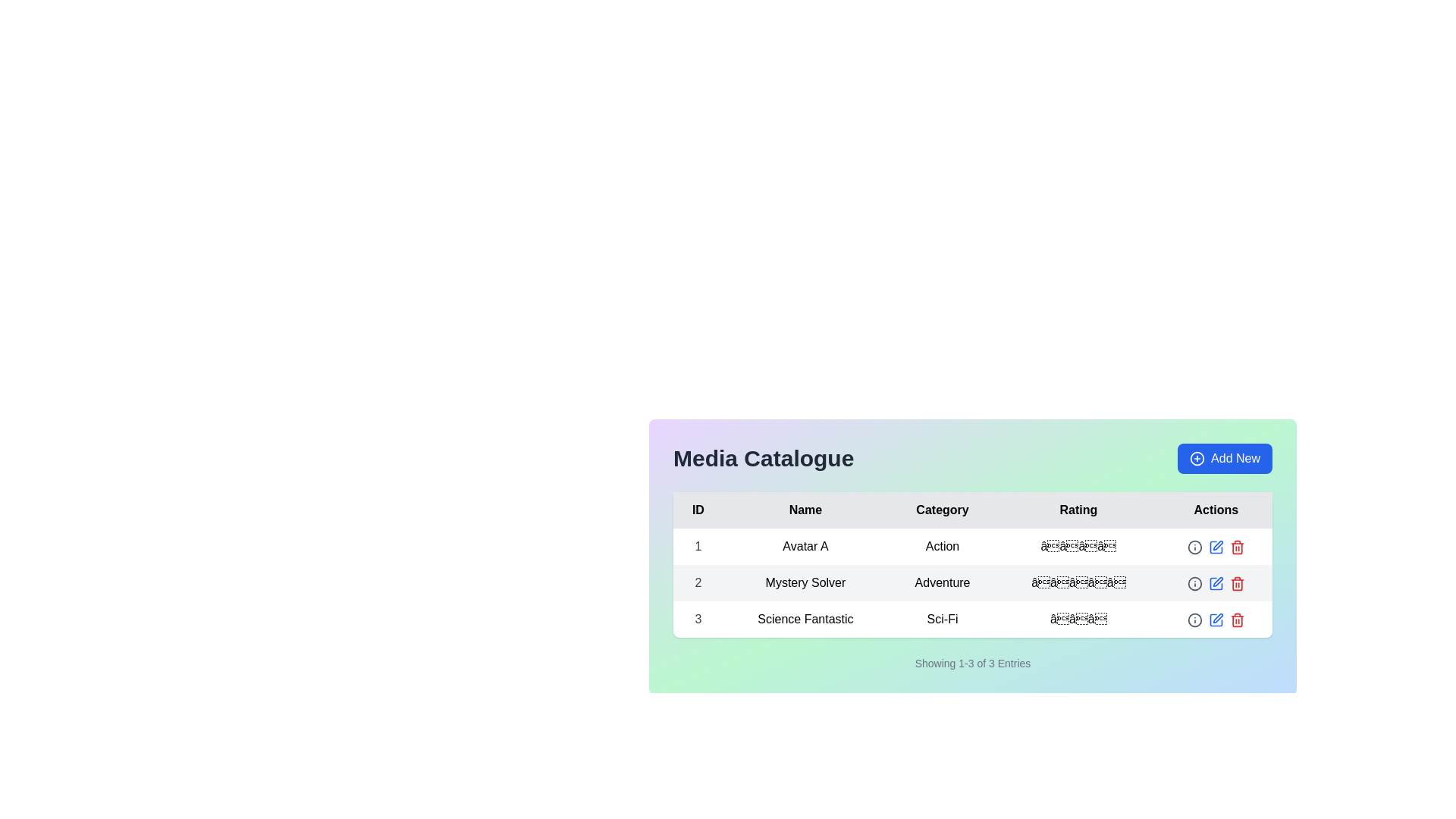 This screenshot has height=819, width=1456. What do you see at coordinates (1216, 547) in the screenshot?
I see `the edit icon button in the actions section of the table row for 'Mystery Solver' in the 'Media Catalogue' interface` at bounding box center [1216, 547].